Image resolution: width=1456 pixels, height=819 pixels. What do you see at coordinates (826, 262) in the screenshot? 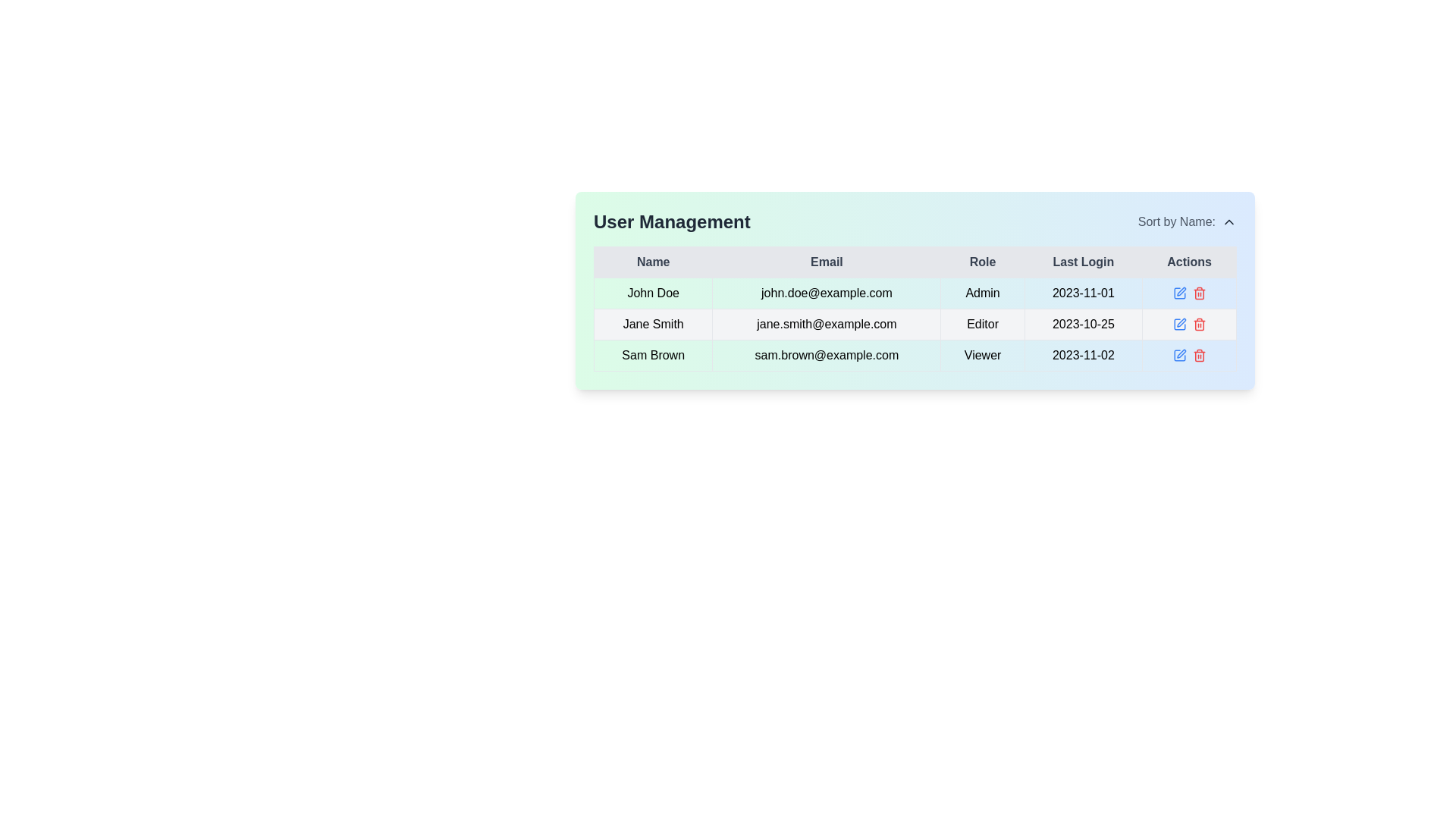
I see `the static text label in the second header cell of the table, which represents email data and is located between the 'Name' and 'Role' columns` at bounding box center [826, 262].